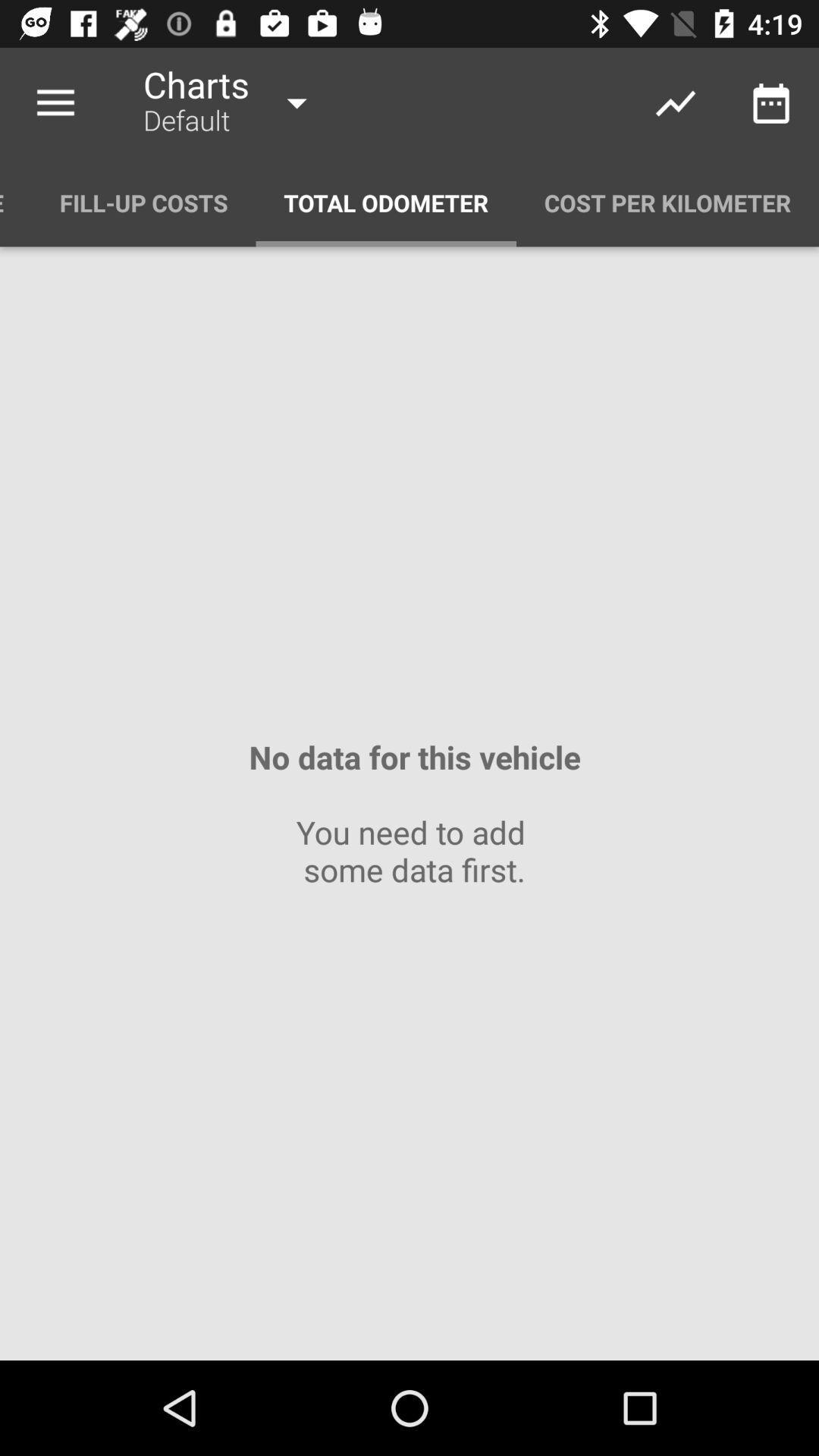 This screenshot has height=1456, width=819. I want to click on icon next to gas price icon, so click(143, 202).